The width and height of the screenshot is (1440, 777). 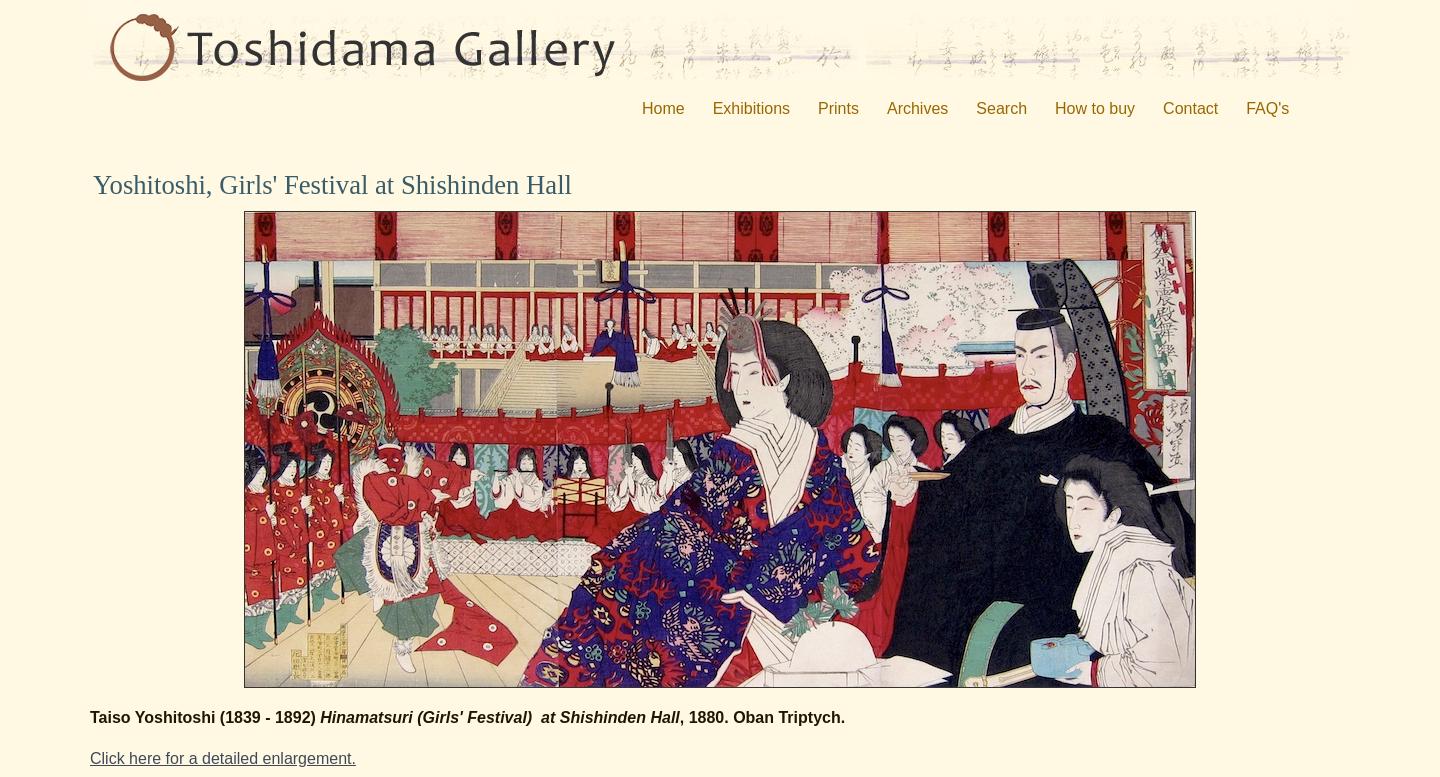 What do you see at coordinates (837, 107) in the screenshot?
I see `'Prints'` at bounding box center [837, 107].